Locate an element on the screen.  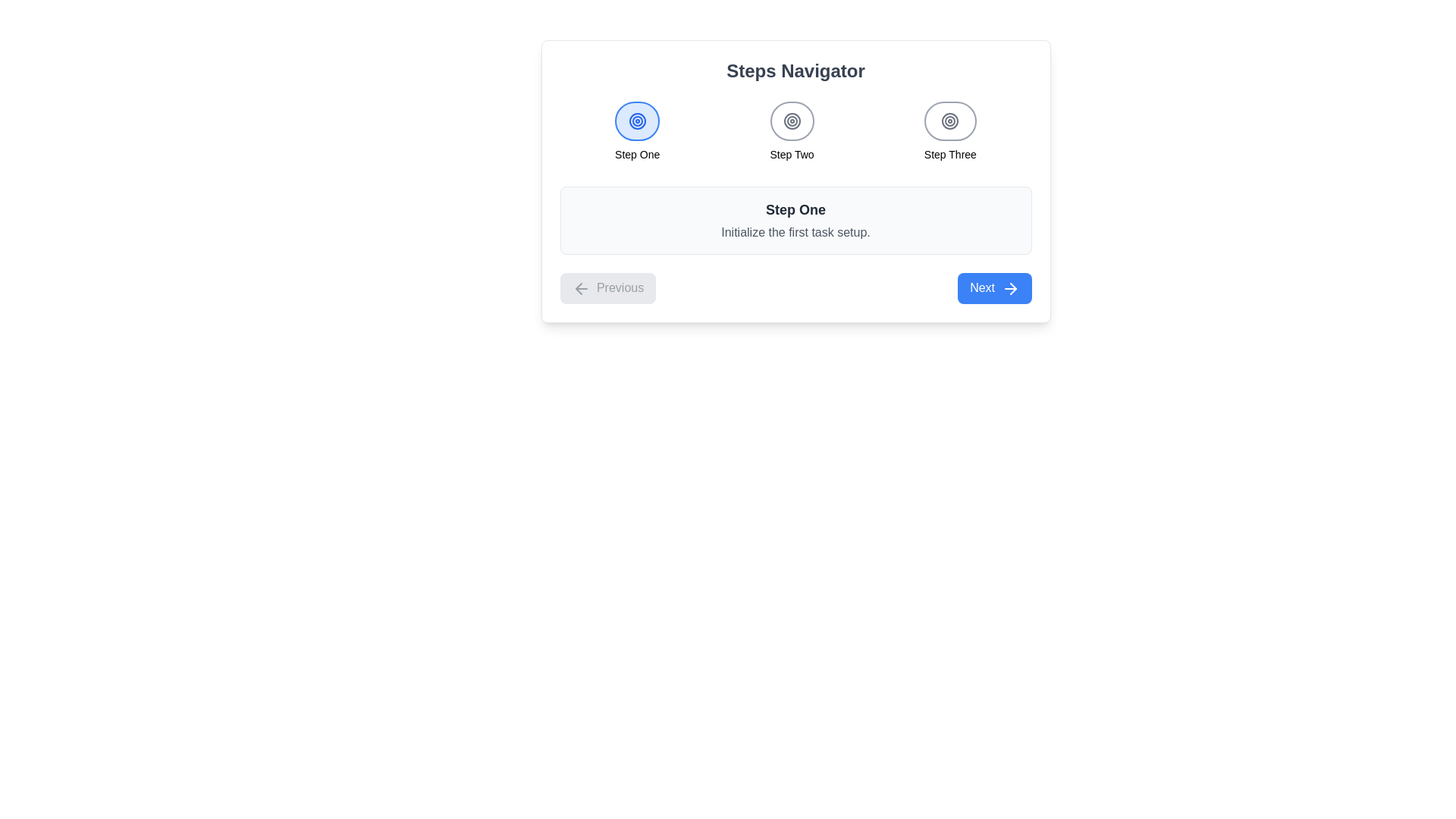
the static text element that reads 'Initialize the first task setup.' located under the 'Step One' header is located at coordinates (795, 233).